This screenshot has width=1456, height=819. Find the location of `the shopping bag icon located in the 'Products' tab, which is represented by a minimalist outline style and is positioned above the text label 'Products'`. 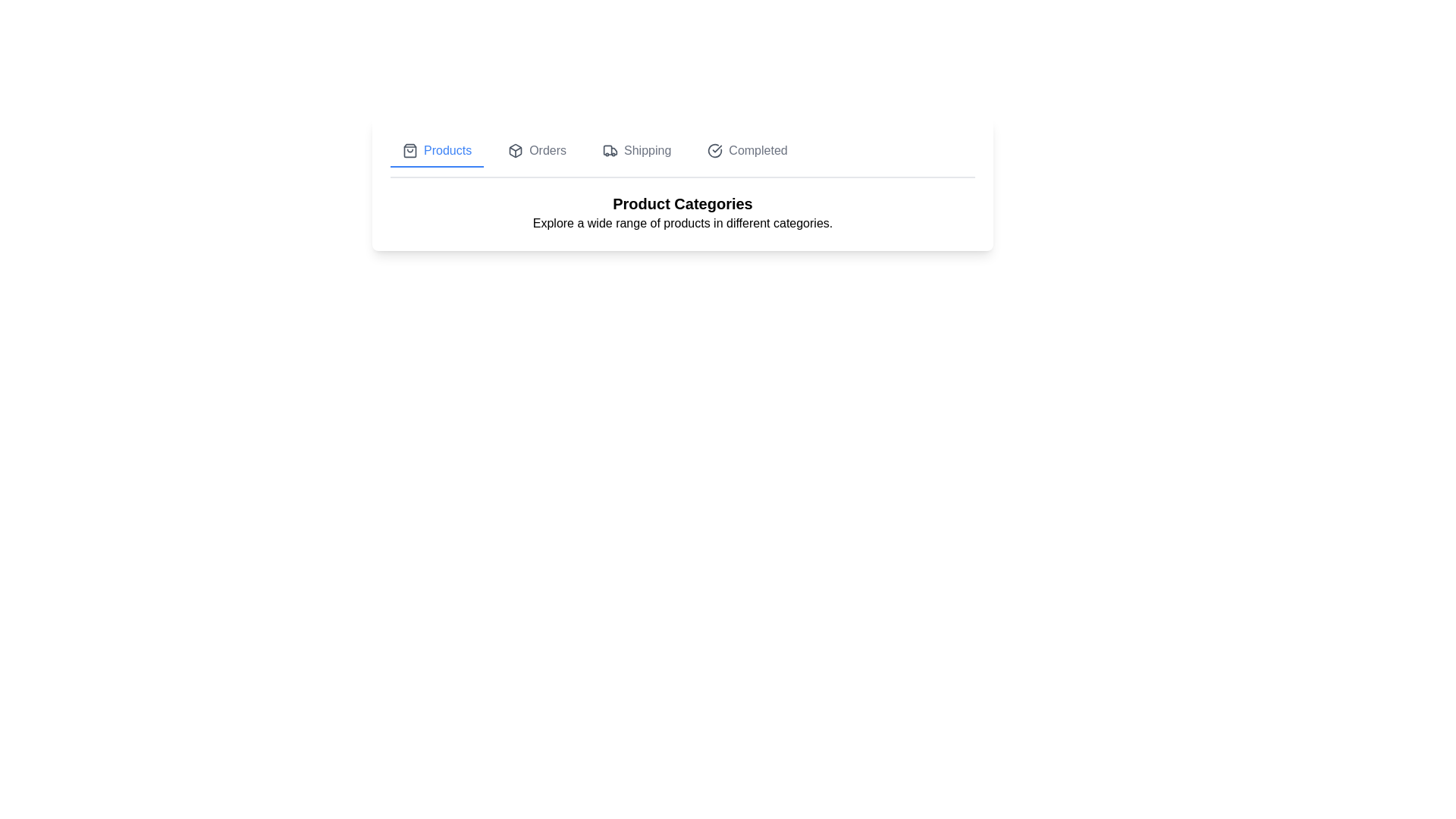

the shopping bag icon located in the 'Products' tab, which is represented by a minimalist outline style and is positioned above the text label 'Products' is located at coordinates (410, 151).